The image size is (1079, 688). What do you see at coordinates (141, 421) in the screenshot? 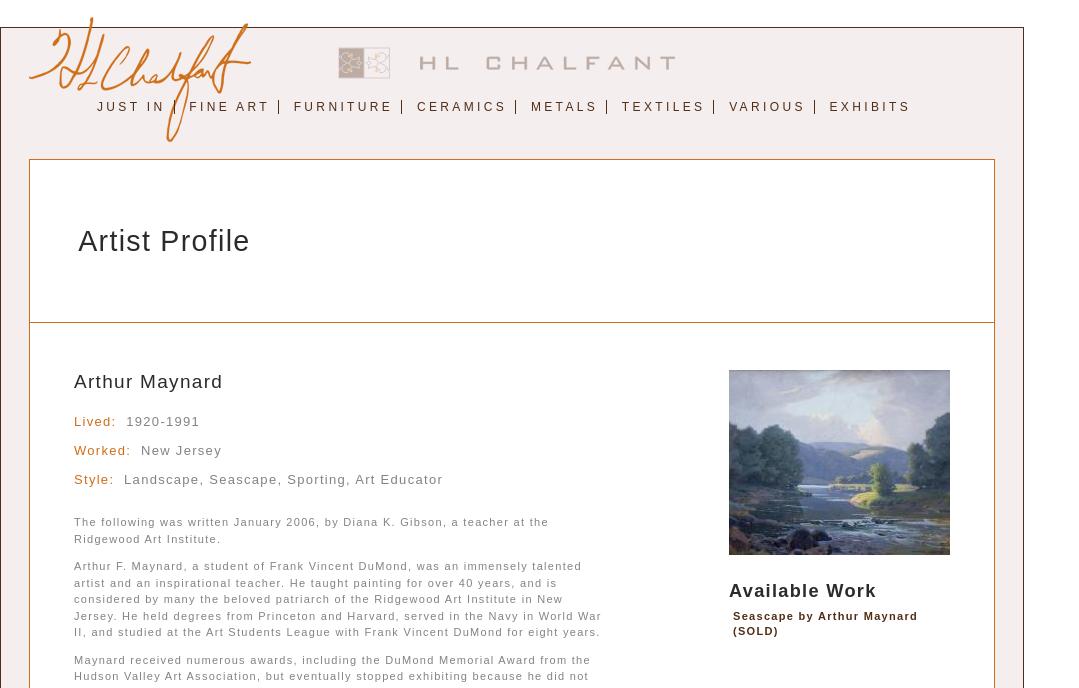
I see `'1920'` at bounding box center [141, 421].